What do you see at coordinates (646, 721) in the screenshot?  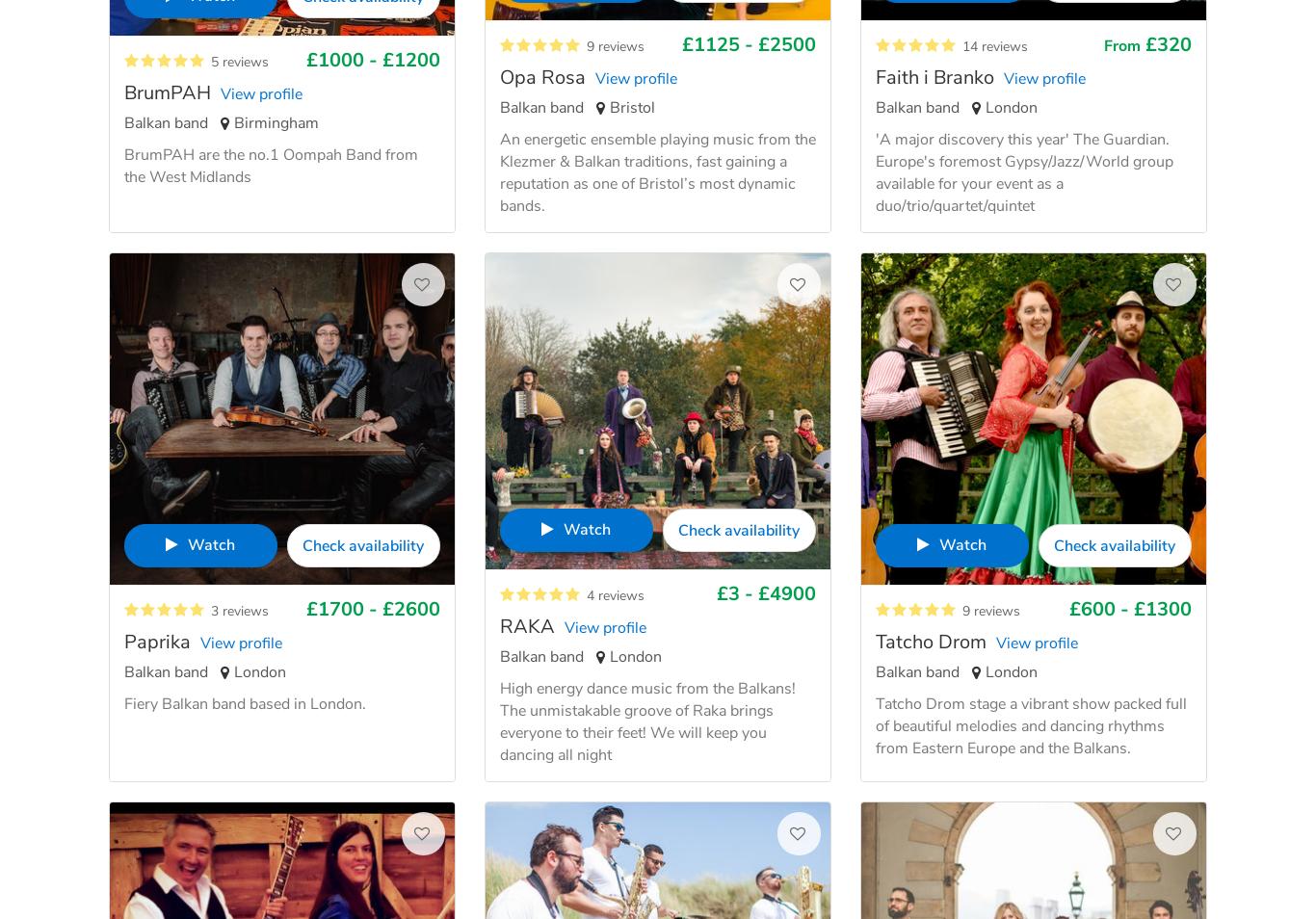 I see `'High energy dance music from the Balkans!  The unmistakable groove of Raka brings everyone to their feet! We will keep you dancing all night'` at bounding box center [646, 721].